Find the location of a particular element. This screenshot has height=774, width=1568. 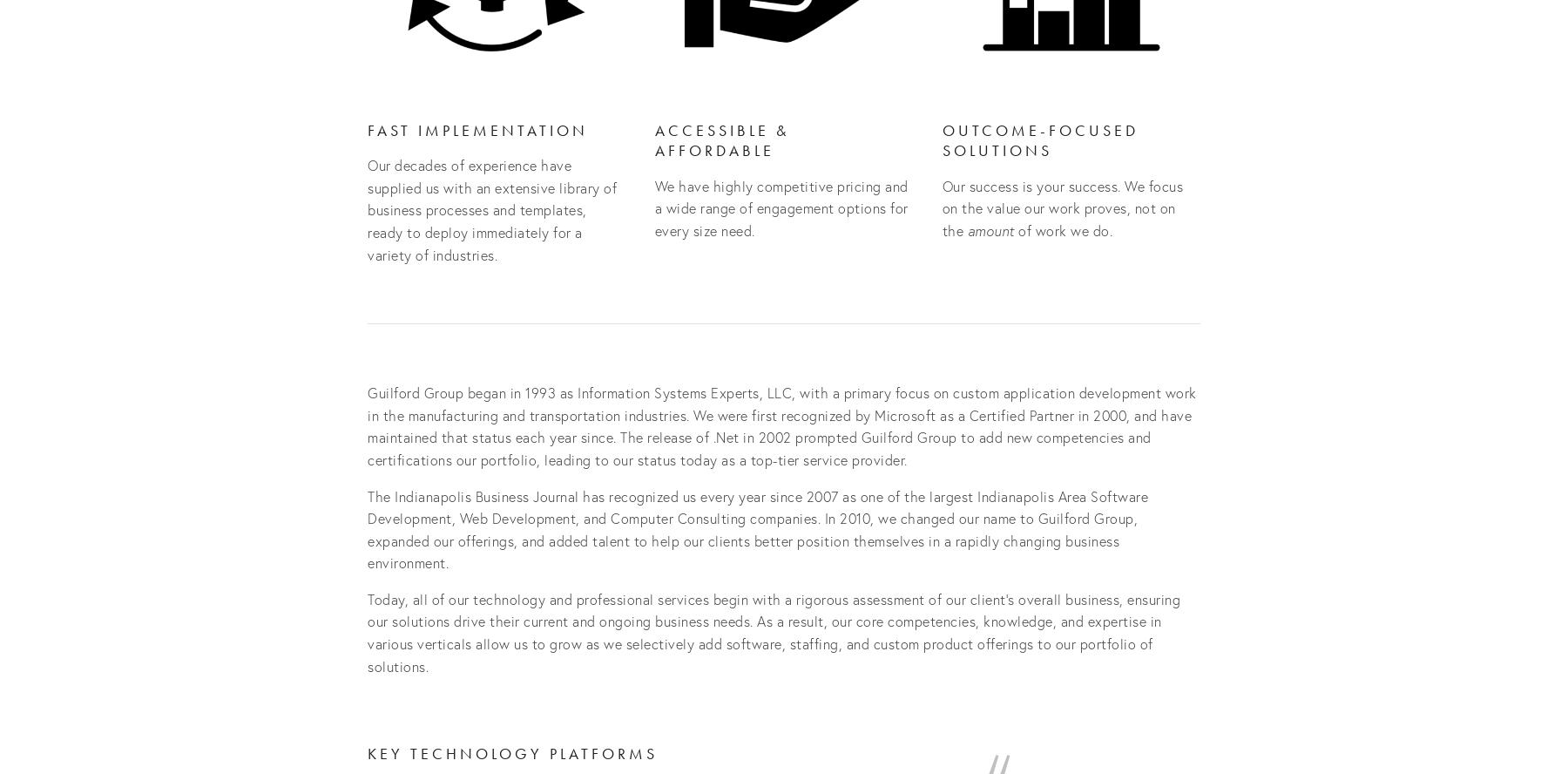

'Guilford Group began in 1993 as Information Systems Experts, LLC, with a primary focus on custom application development work in the manufacturing and transportation industries. We were first recognized by Microsoft as a Certified Partner in 2000, and have maintained that status each year since. The release of .Net in 2002 prompted Guilford Group to add new competencies and certifications our portfolio, leading to our status today as a top-tier service provider.' is located at coordinates (367, 425).